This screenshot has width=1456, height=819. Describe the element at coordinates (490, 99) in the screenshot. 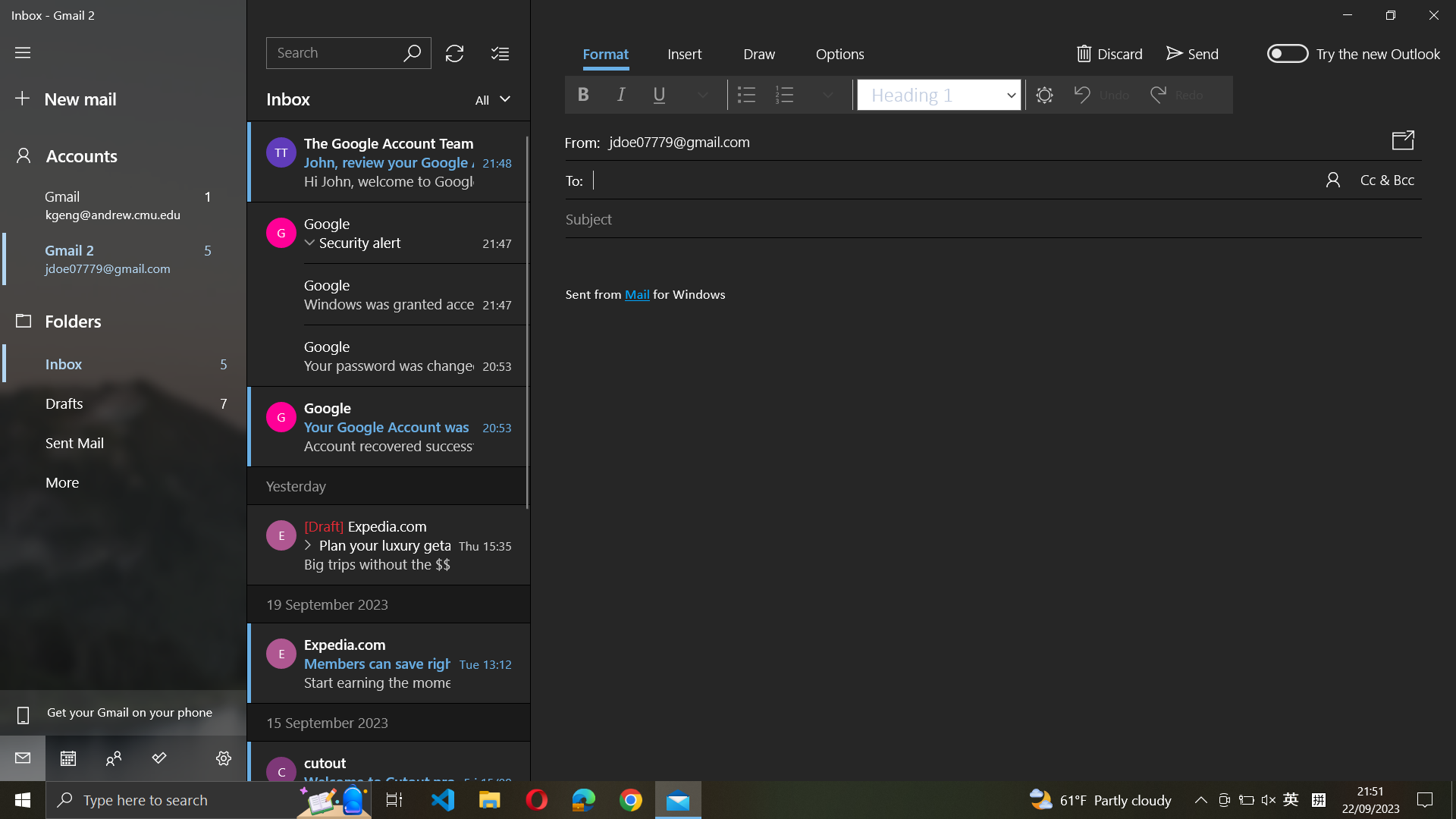

I see `View emails from "kgeng@andrew.cmu.edu` at that location.